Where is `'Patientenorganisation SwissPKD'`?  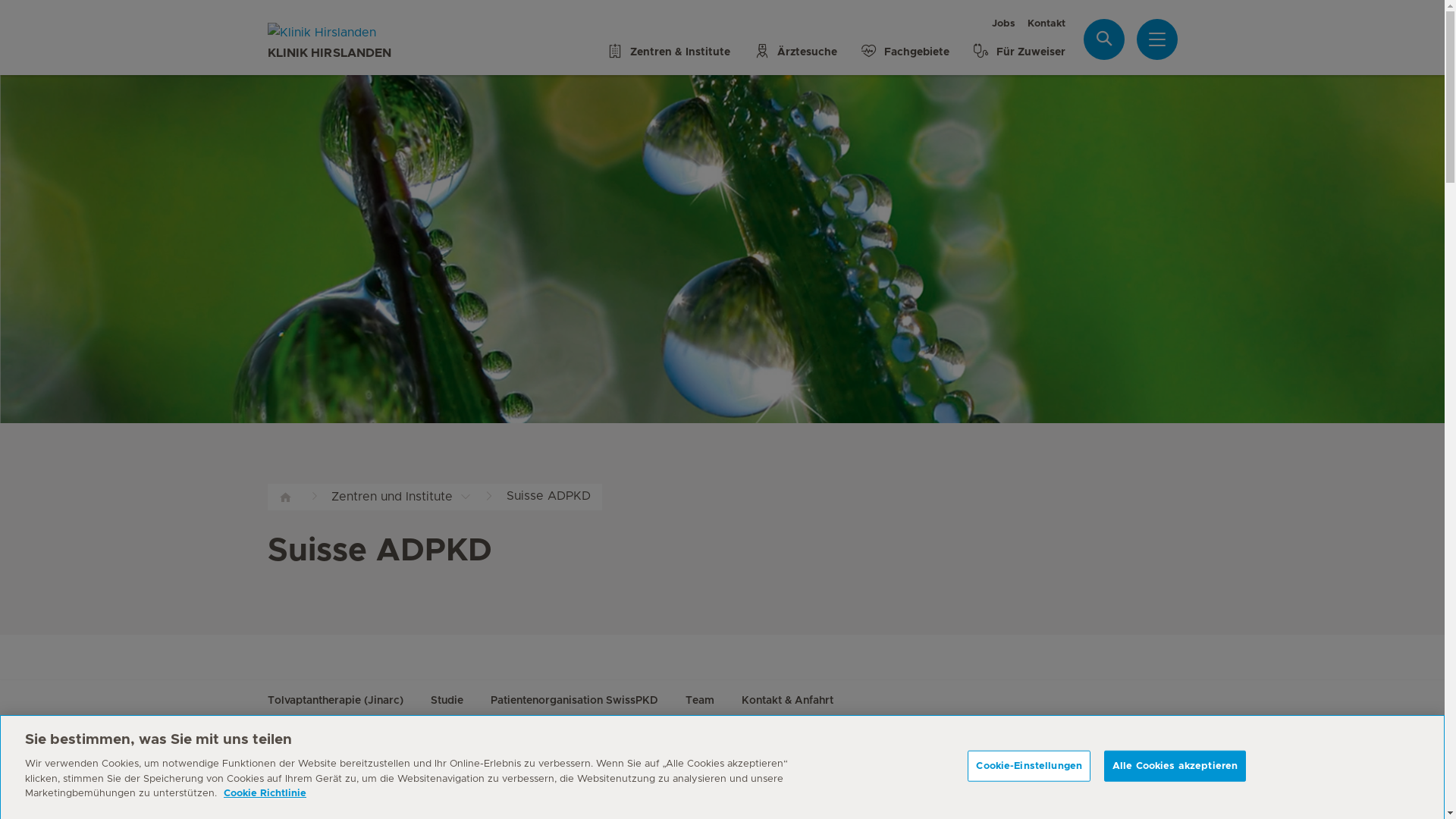
'Patientenorganisation SwissPKD' is located at coordinates (573, 701).